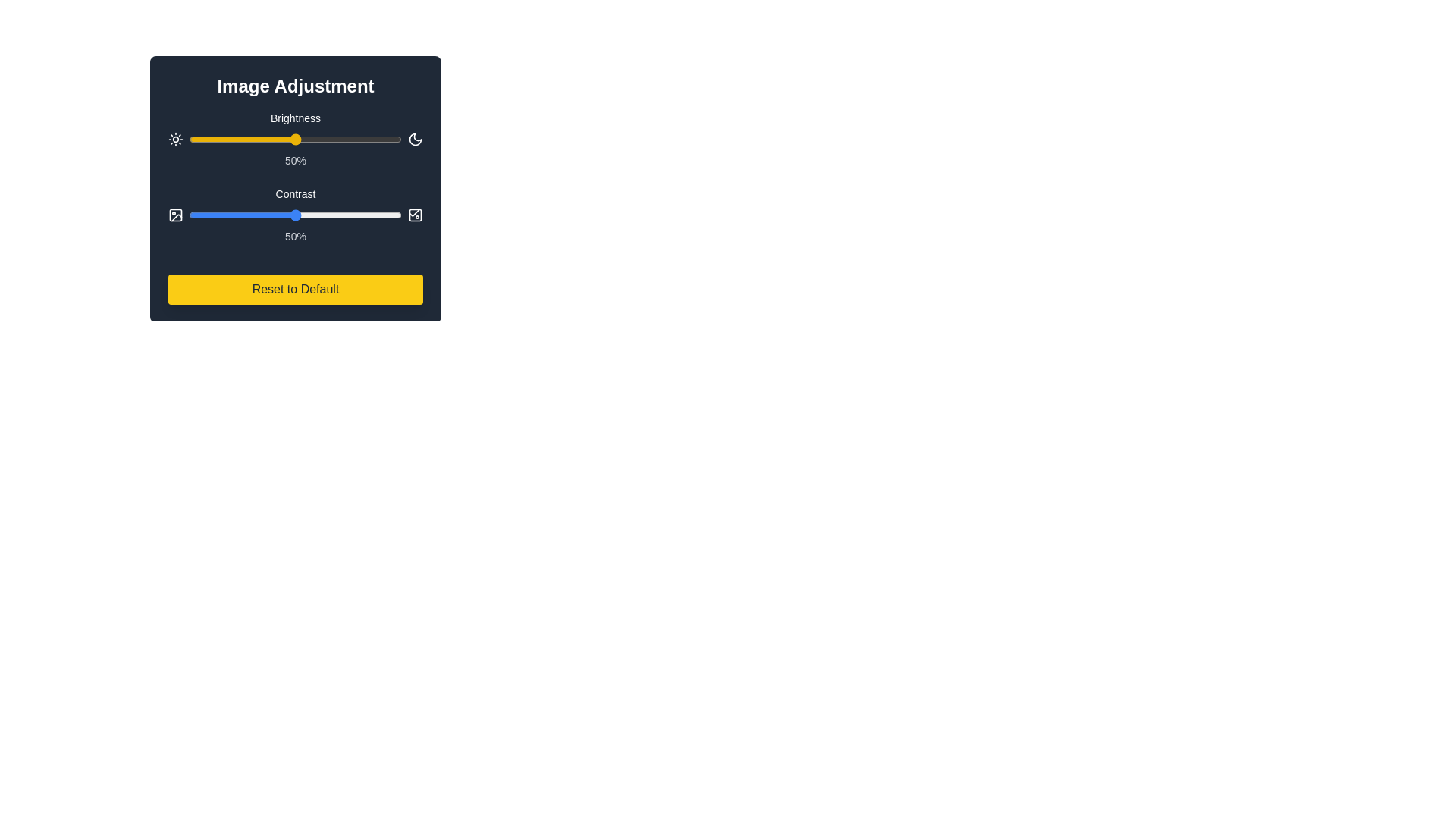 The width and height of the screenshot is (1456, 819). I want to click on the text label displaying '50%' which is styled in small, light gray text, located below the brightness slider and aligned with its center, so click(295, 161).